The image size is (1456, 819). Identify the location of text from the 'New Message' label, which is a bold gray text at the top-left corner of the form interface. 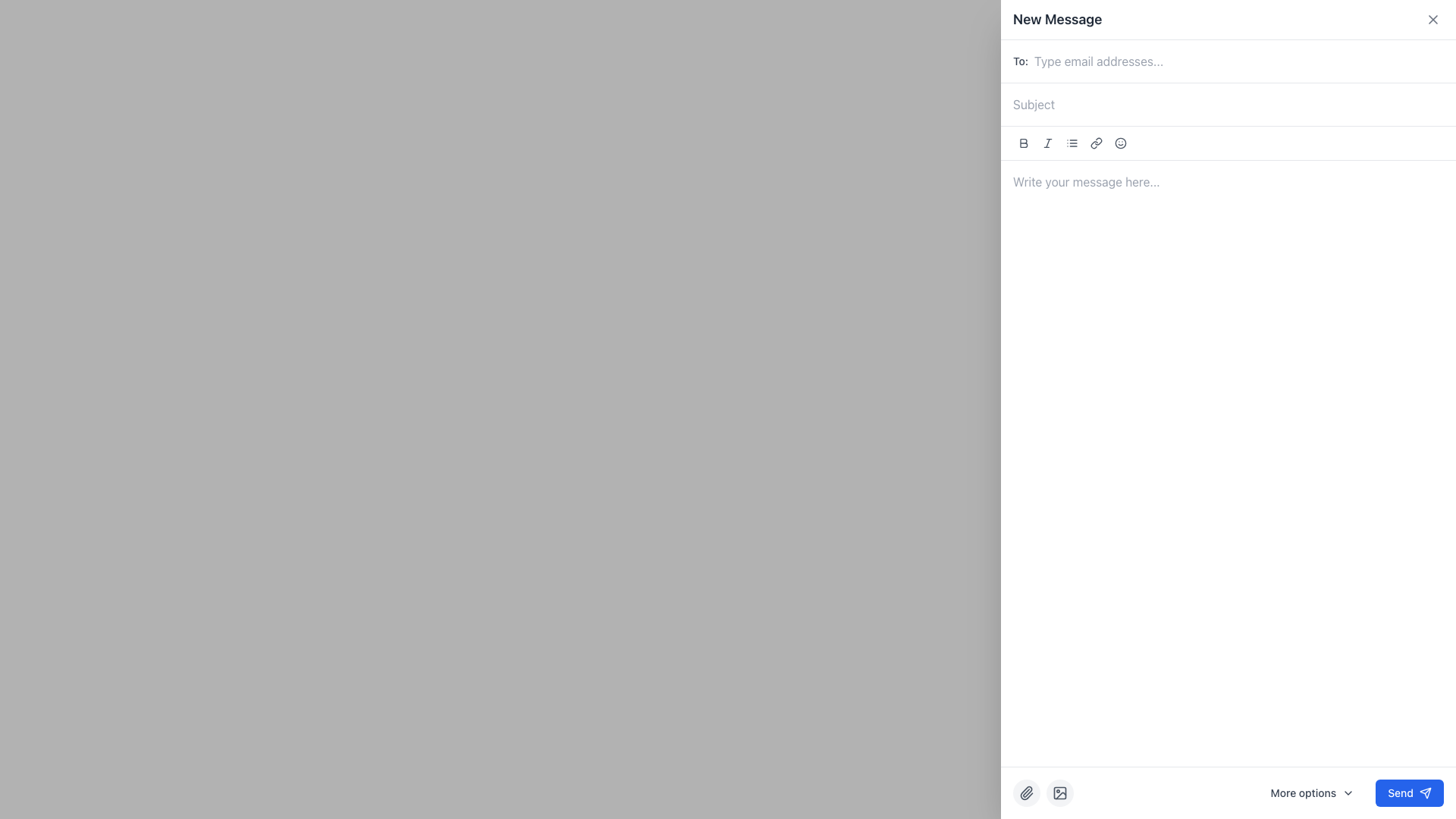
(1056, 20).